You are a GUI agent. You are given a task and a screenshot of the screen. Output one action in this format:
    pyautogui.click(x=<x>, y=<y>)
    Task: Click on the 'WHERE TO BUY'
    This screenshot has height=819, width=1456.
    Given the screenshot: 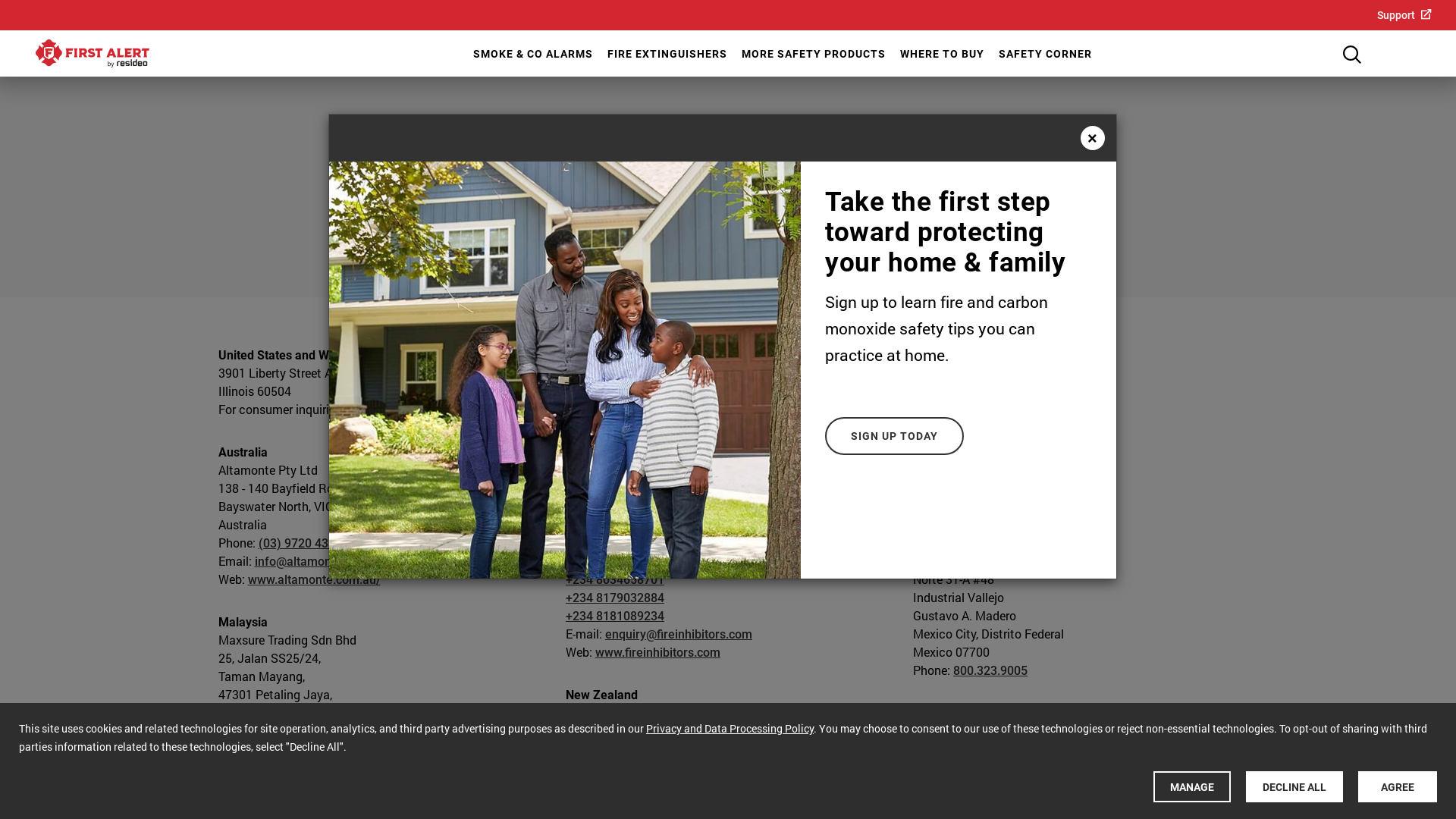 What is the action you would take?
    pyautogui.click(x=940, y=52)
    